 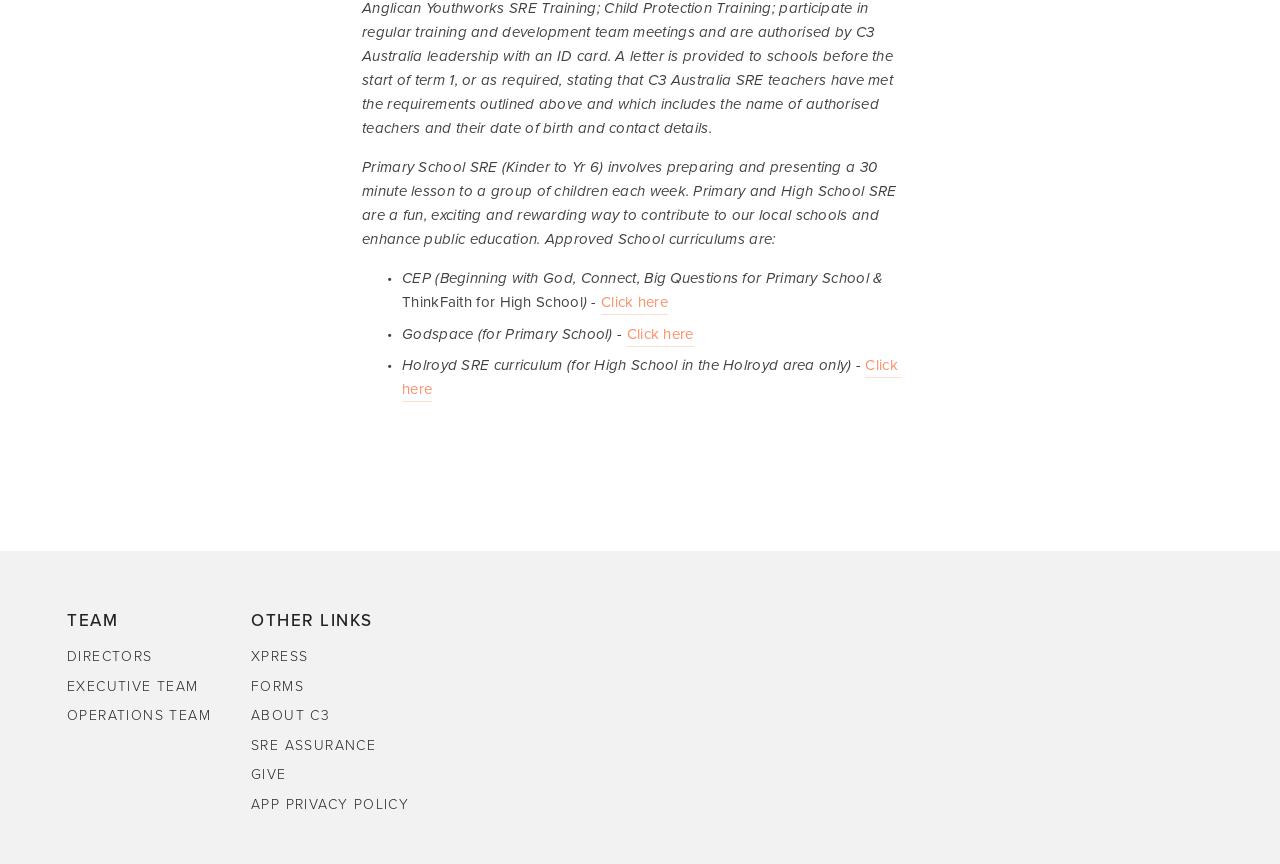 I want to click on 'App Privacy Policy', so click(x=329, y=803).